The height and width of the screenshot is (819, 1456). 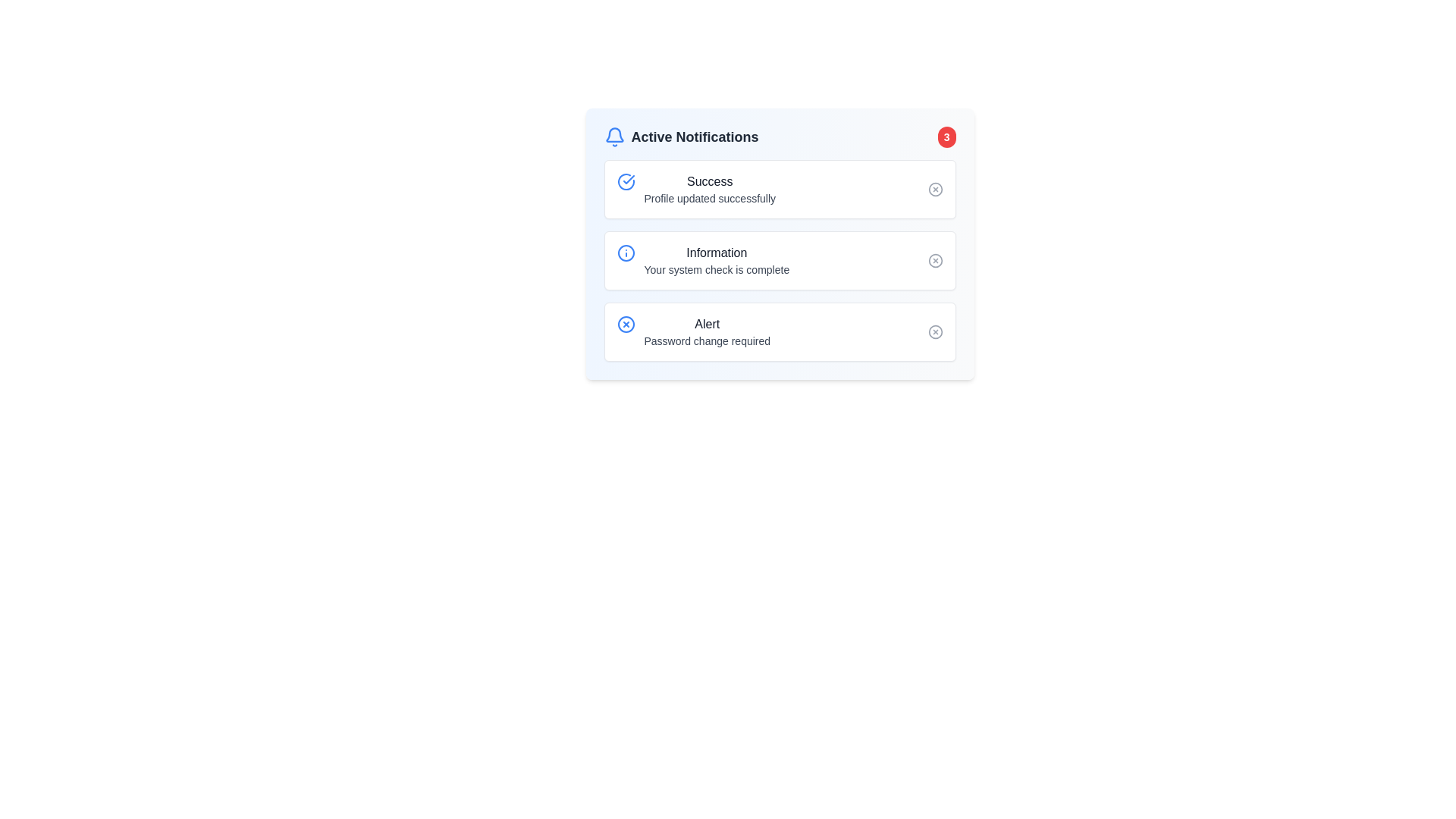 What do you see at coordinates (780, 331) in the screenshot?
I see `details of the Notification card displaying 'Alert' with subtext 'Password change required', located as the third notification in the vertical list` at bounding box center [780, 331].